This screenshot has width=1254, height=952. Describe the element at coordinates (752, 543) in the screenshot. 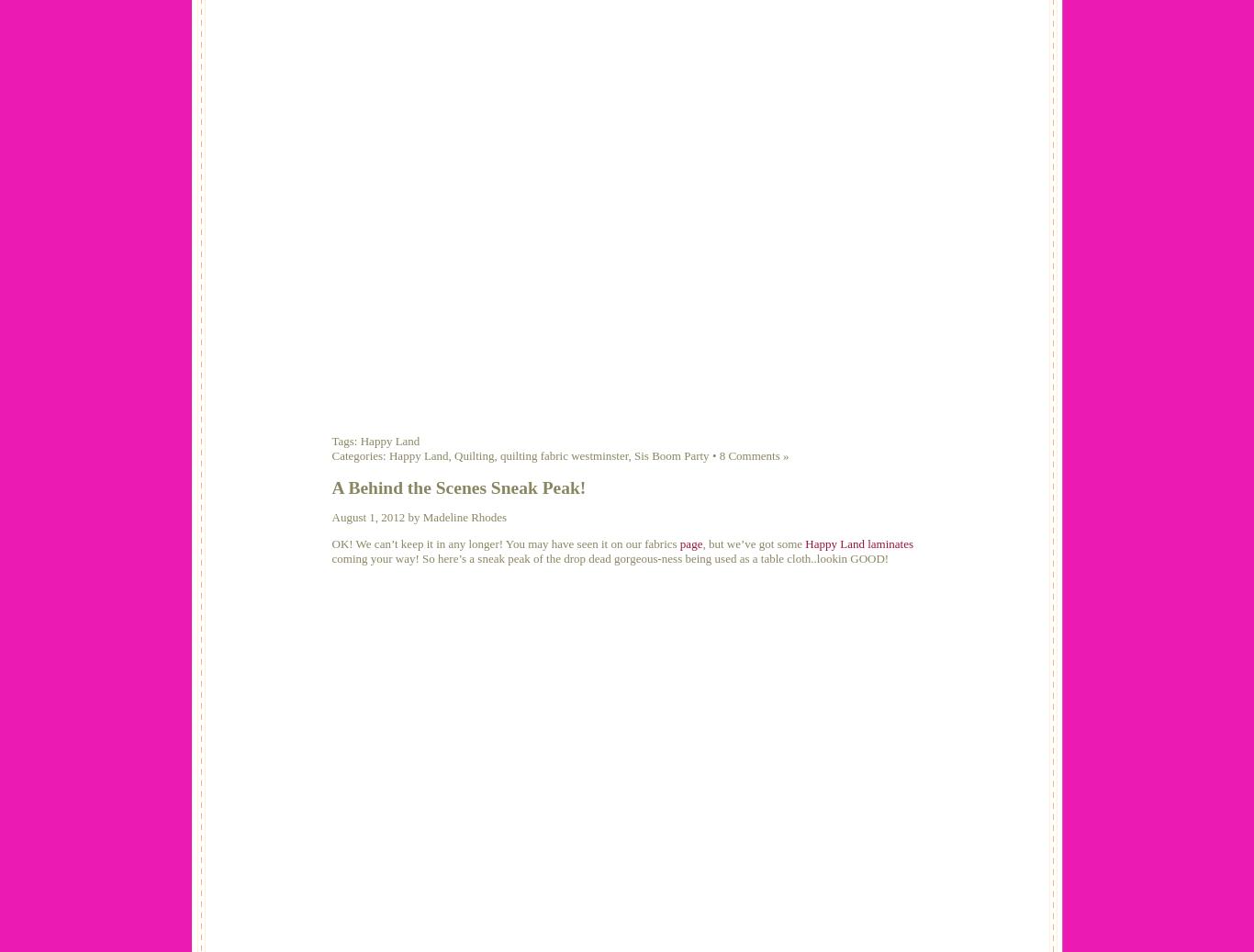

I see `', but we’ve got some'` at that location.